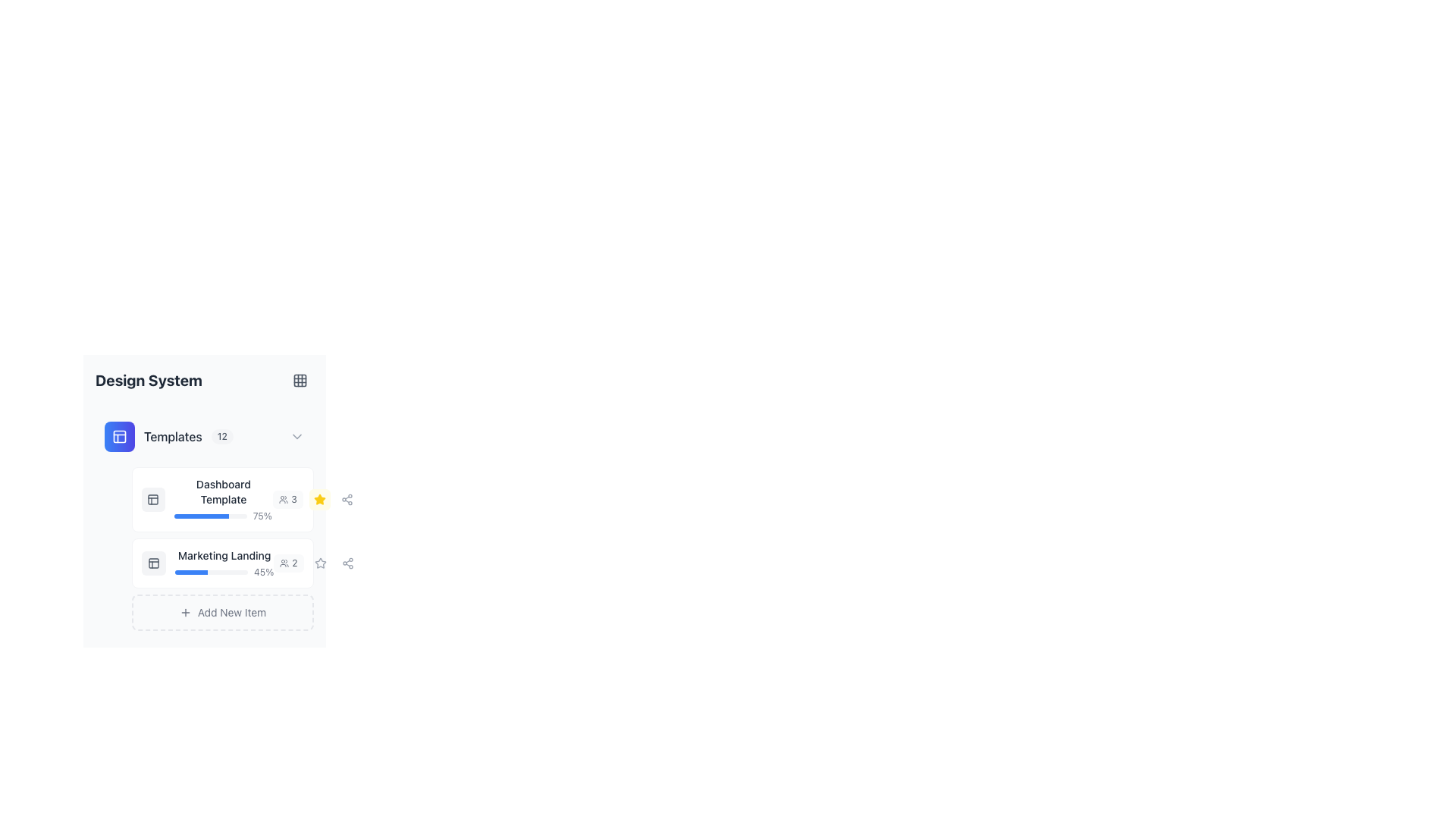  Describe the element at coordinates (221, 500) in the screenshot. I see `the dashboard template card located in the 'Templates' section` at that location.